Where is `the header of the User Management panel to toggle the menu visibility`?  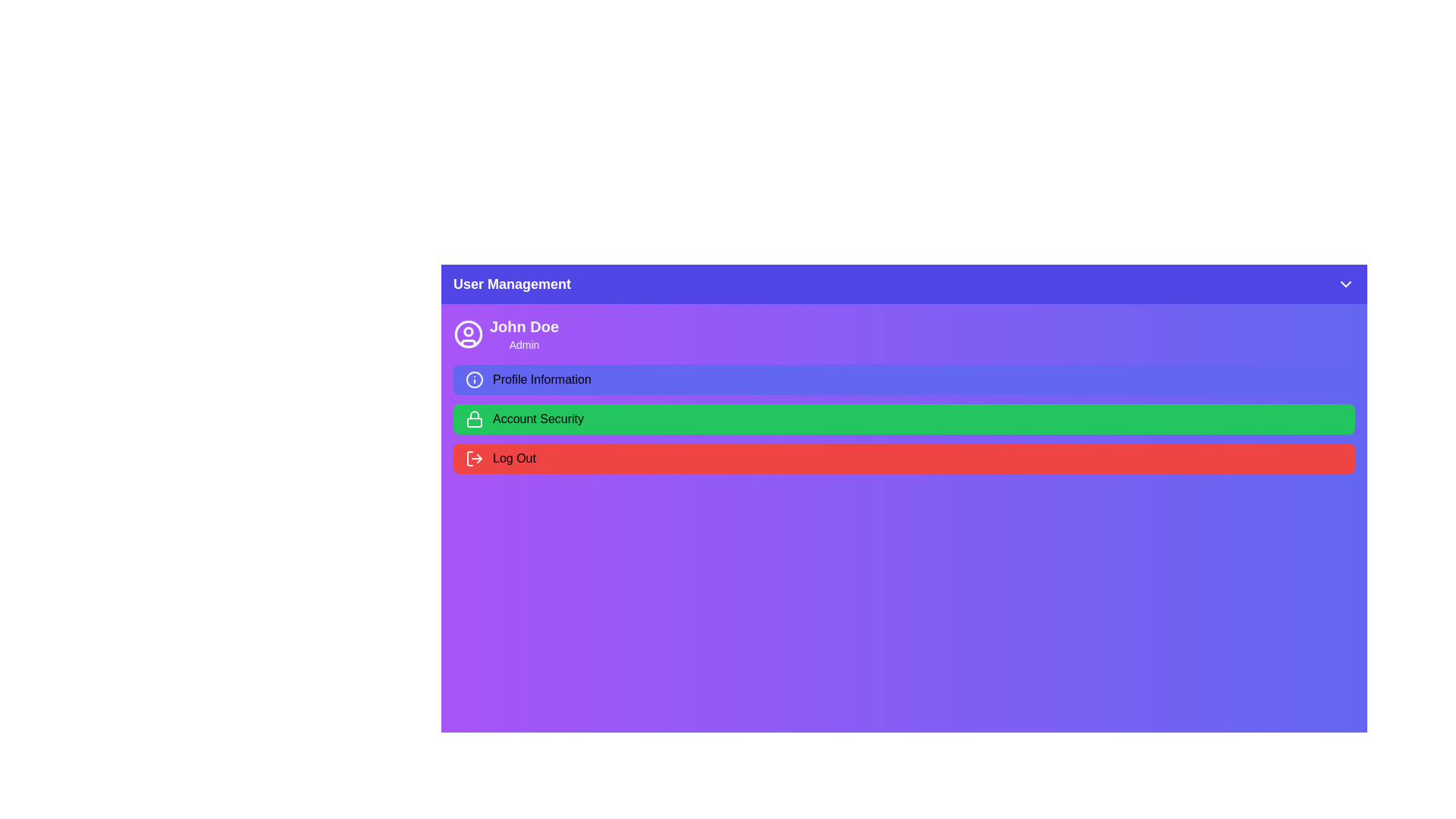 the header of the User Management panel to toggle the menu visibility is located at coordinates (904, 284).